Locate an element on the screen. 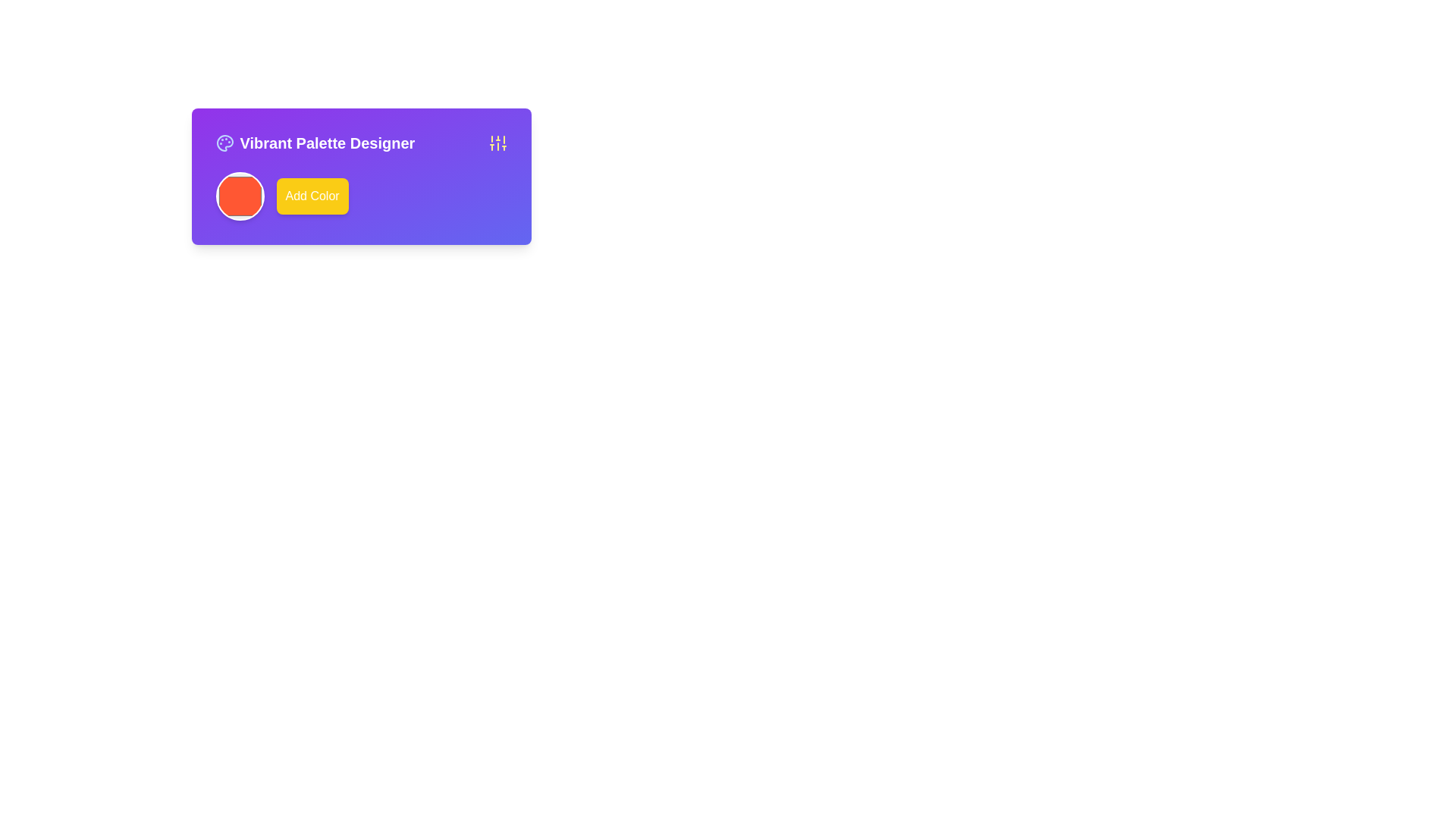 This screenshot has height=819, width=1456. the decorative icon that represents a color palette or design concept, located at the top-left of the card titled 'Vibrant Palette Designer.' is located at coordinates (224, 143).